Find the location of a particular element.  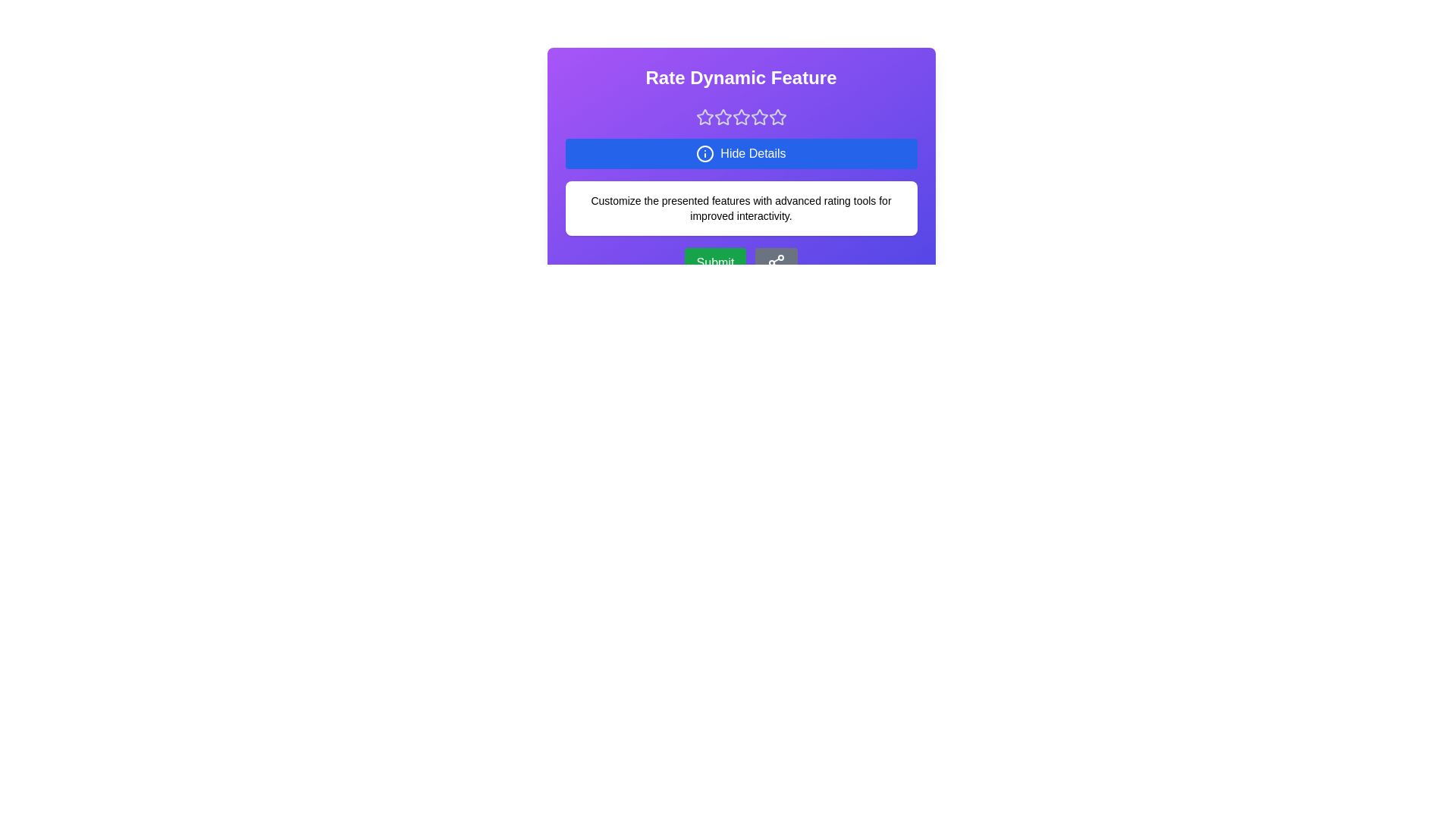

the details section to highlight it is located at coordinates (741, 208).